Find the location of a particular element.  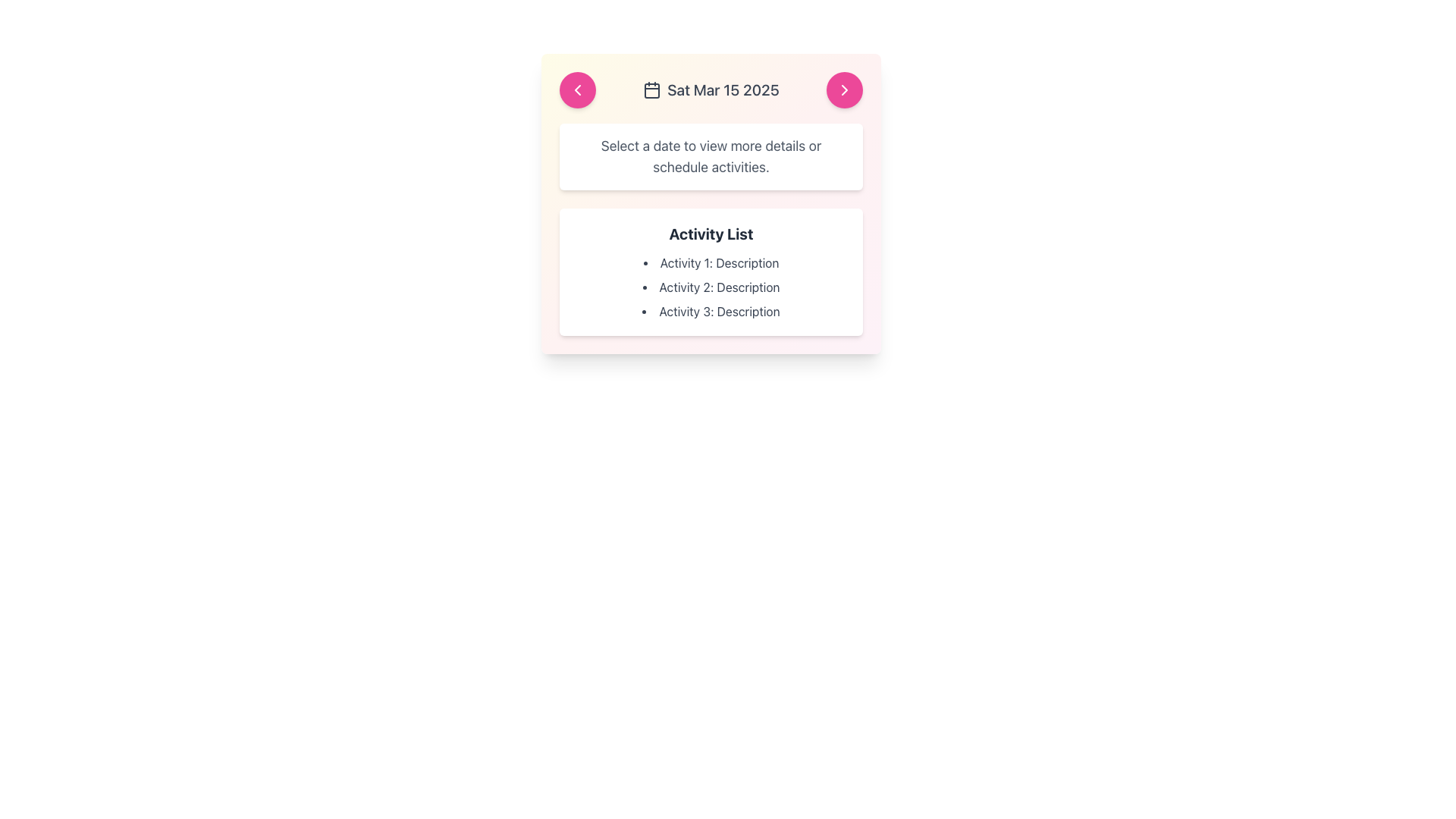

the circular pink button with a white right arrow icon is located at coordinates (843, 90).